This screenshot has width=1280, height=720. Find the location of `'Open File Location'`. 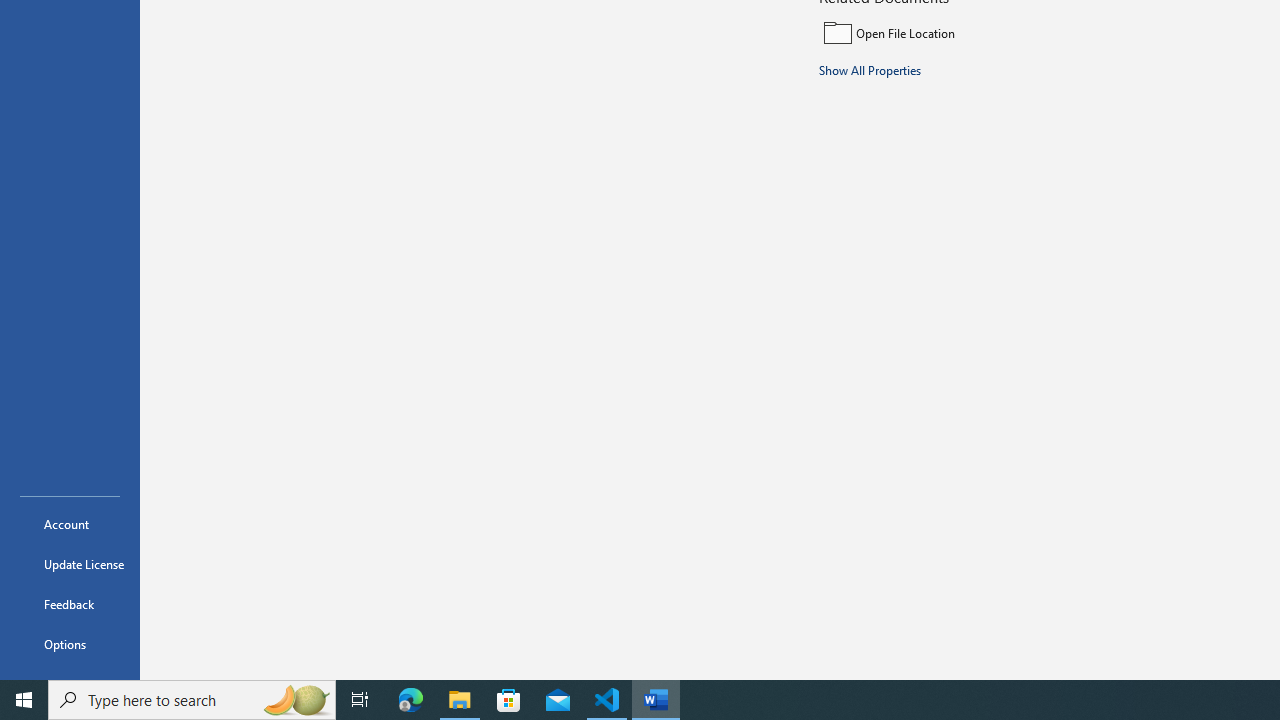

'Open File Location' is located at coordinates (952, 32).